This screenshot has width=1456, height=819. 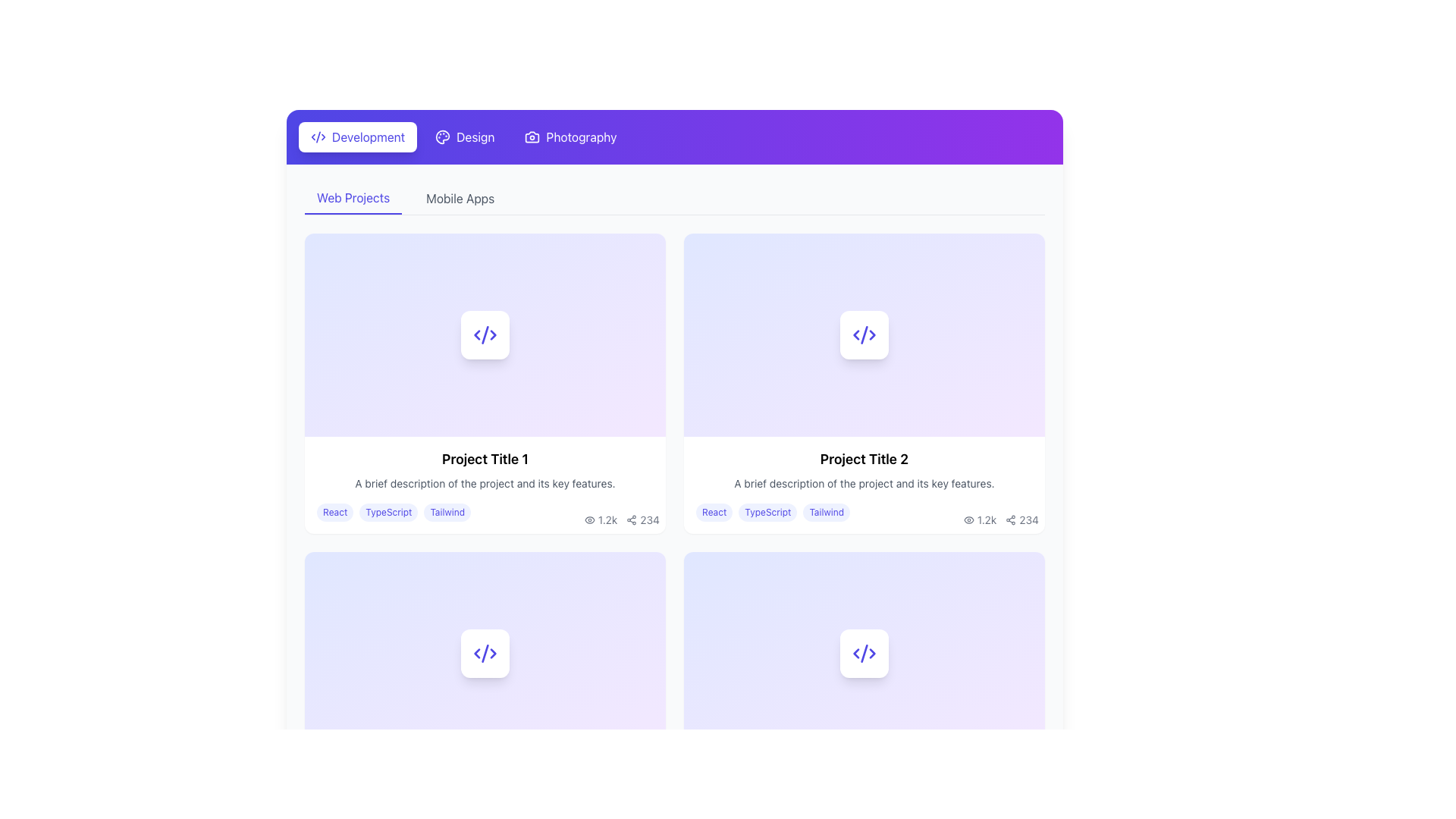 I want to click on the icon in the bottom left card of the grid, which serves as a visual indicator for XML code-related content, so click(x=864, y=651).